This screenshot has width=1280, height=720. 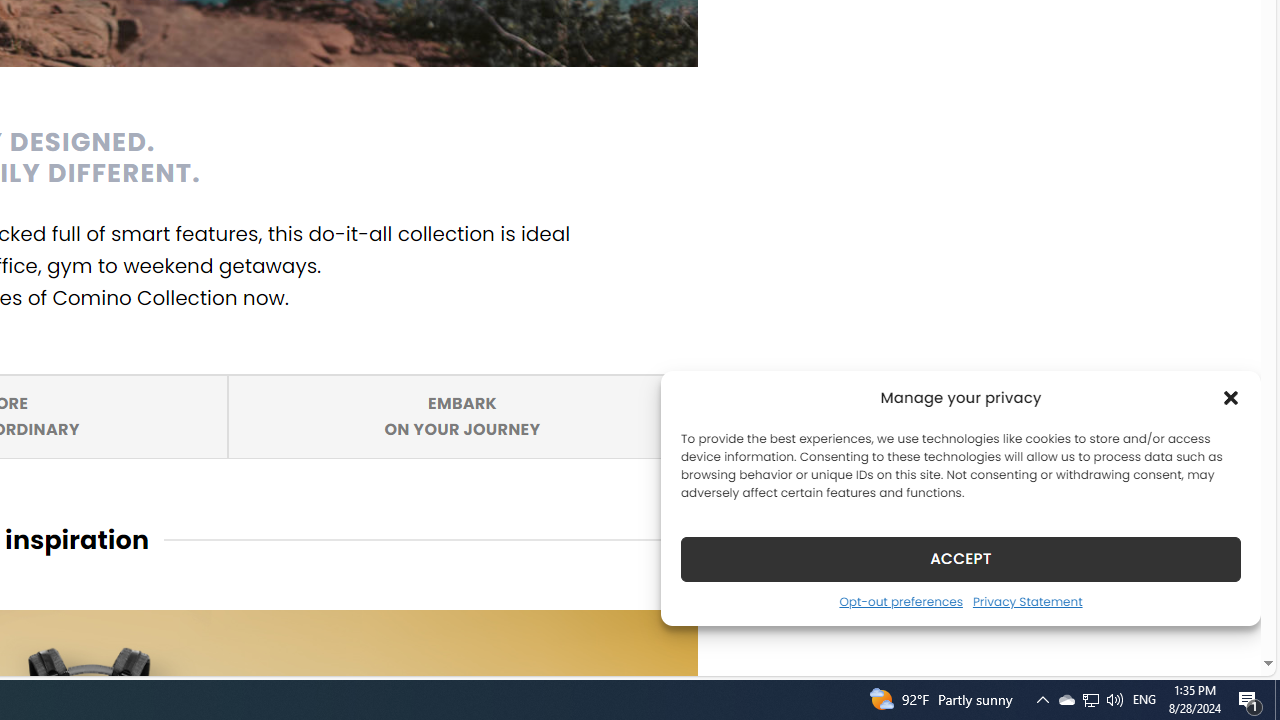 I want to click on 'ACCEPT', so click(x=961, y=558).